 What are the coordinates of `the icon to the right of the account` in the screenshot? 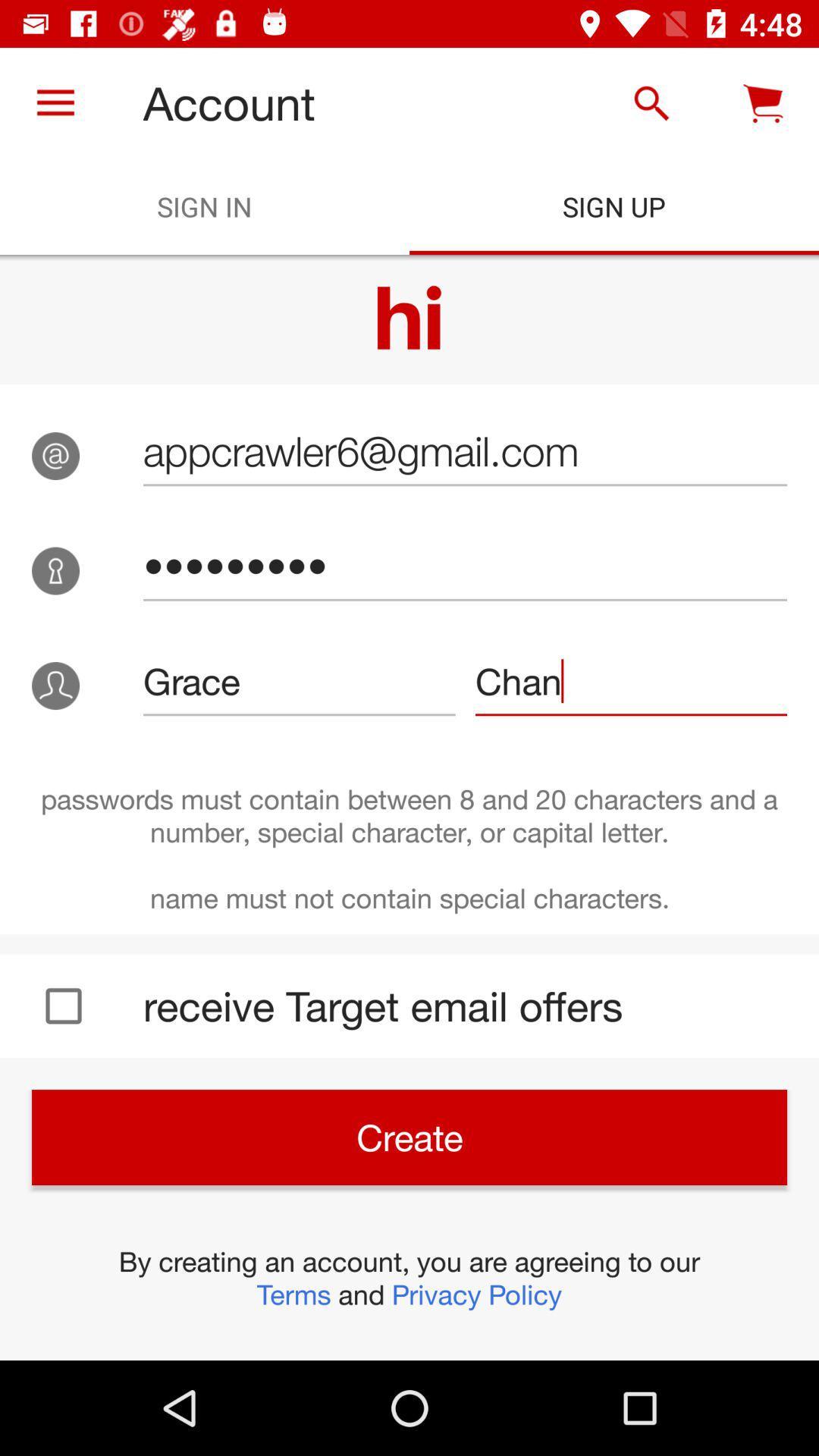 It's located at (651, 102).